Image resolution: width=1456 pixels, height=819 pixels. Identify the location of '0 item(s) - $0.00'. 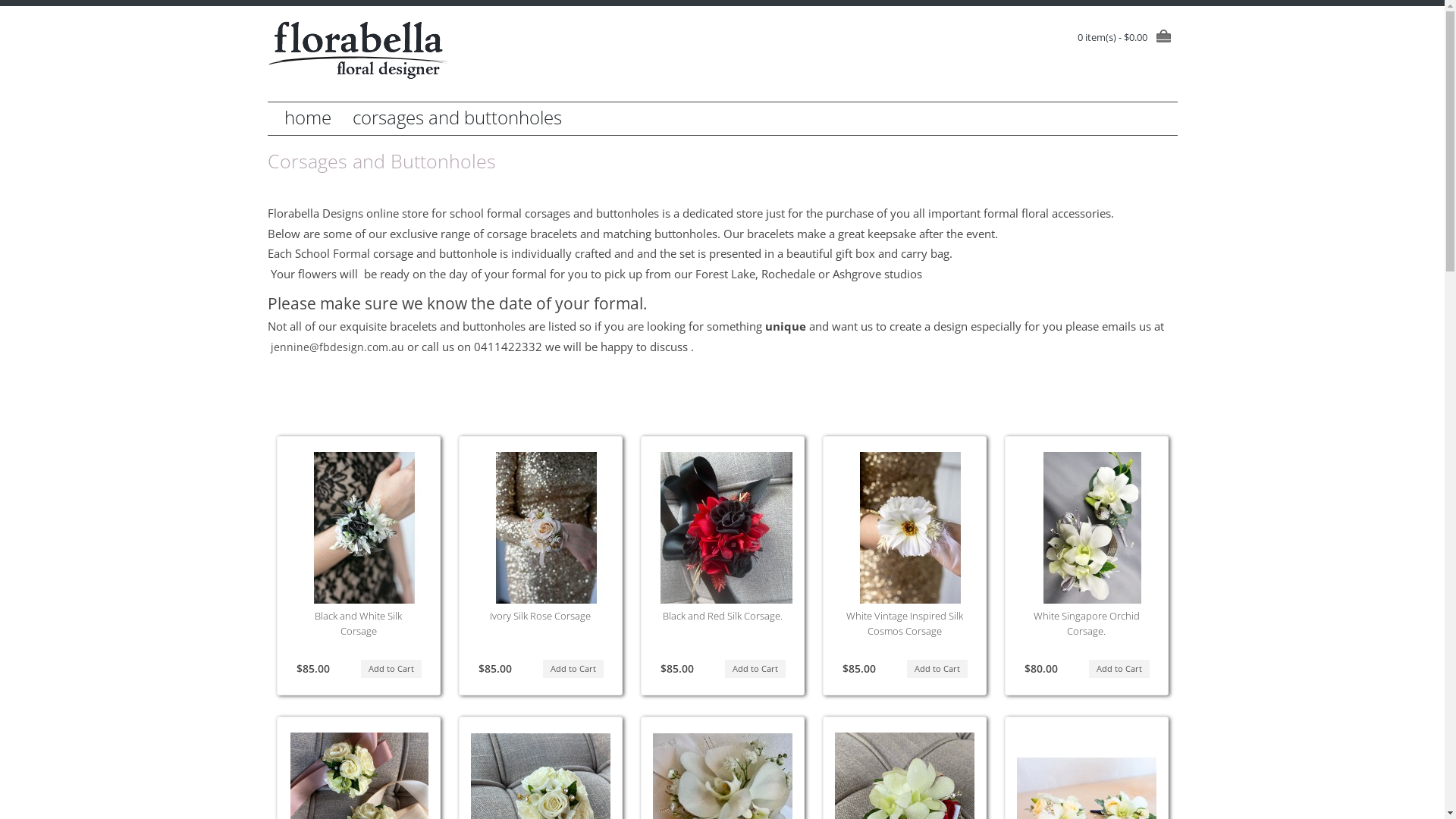
(1127, 36).